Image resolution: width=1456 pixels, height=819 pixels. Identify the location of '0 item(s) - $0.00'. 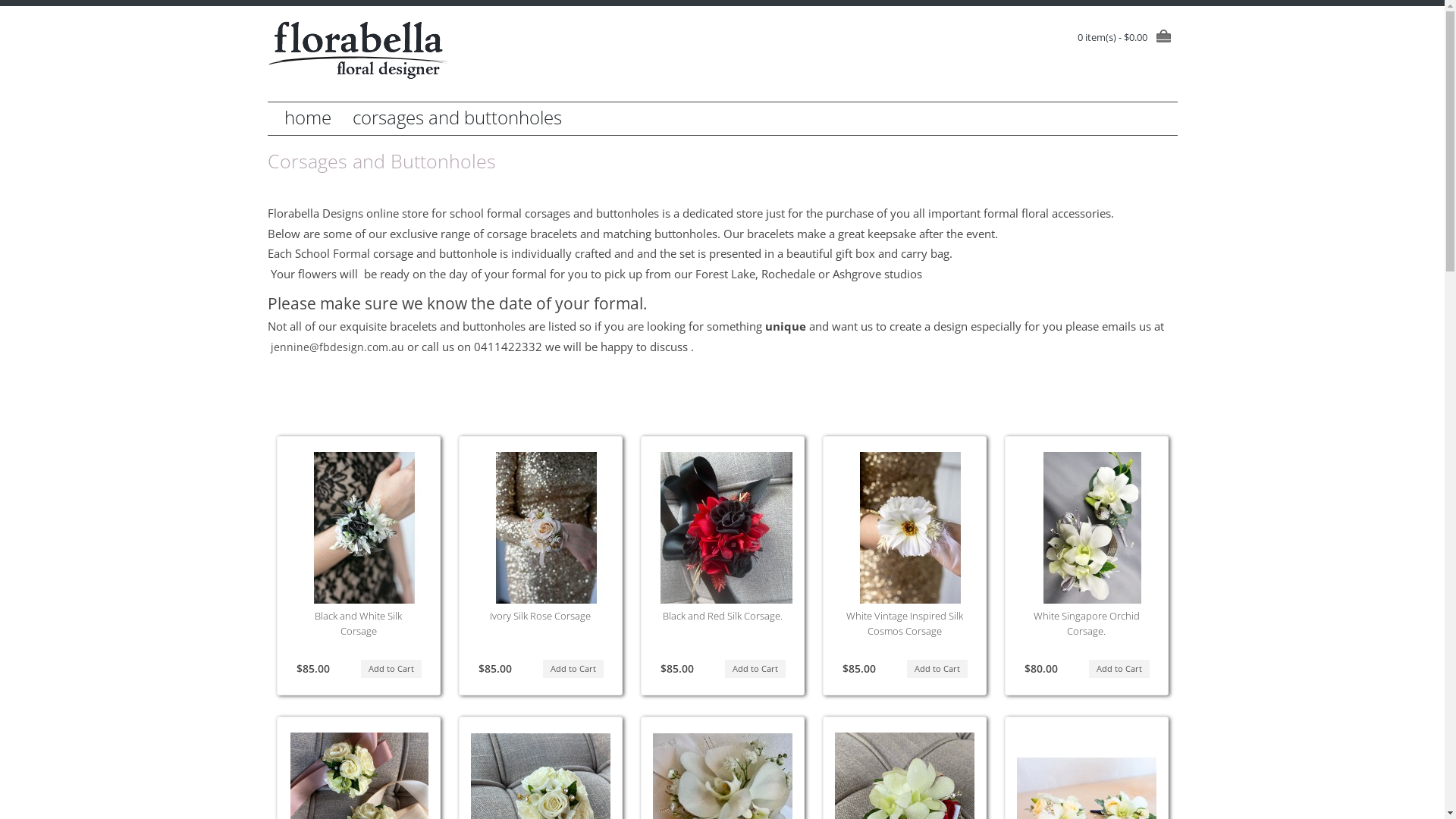
(1127, 36).